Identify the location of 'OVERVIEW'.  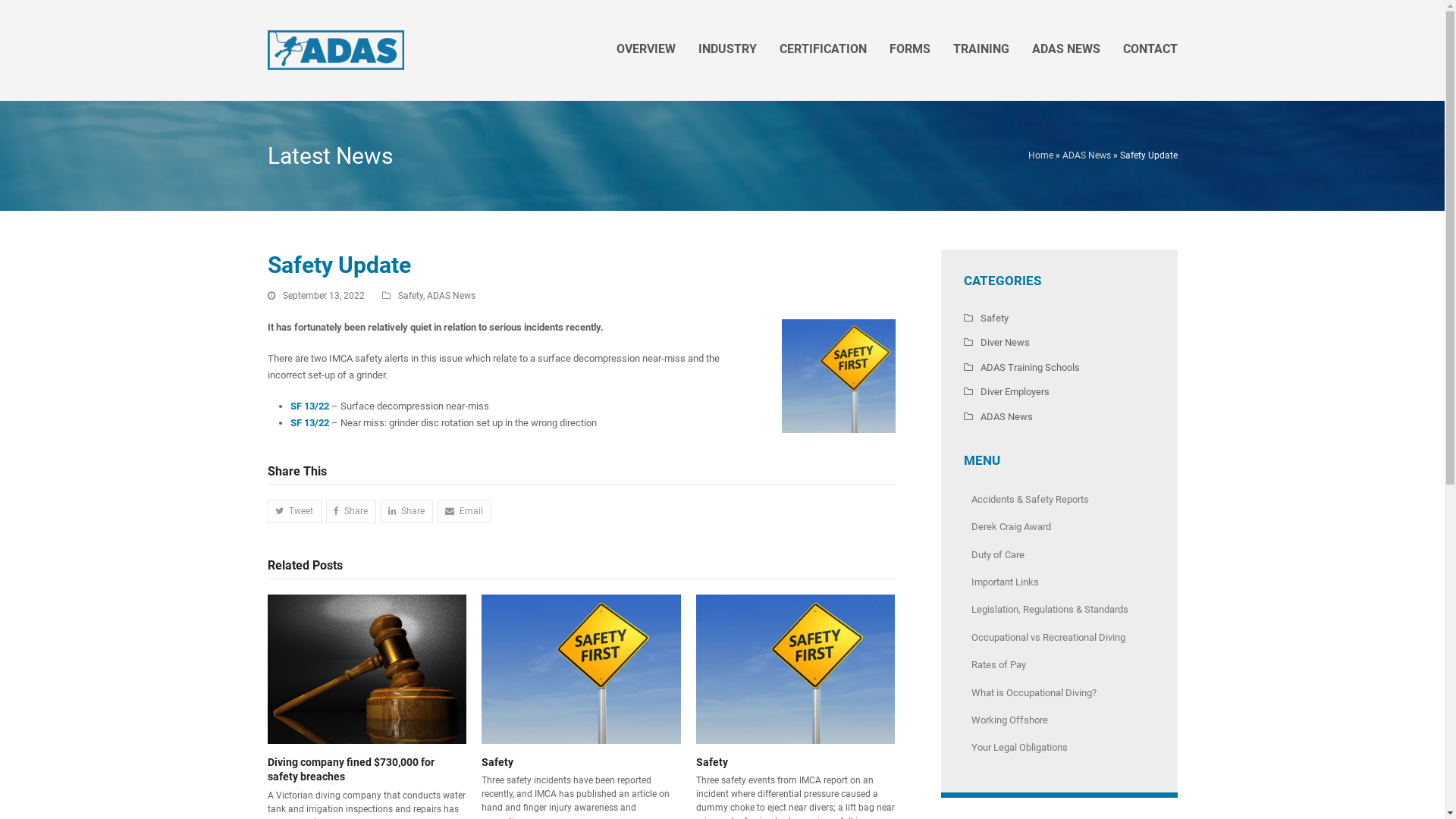
(645, 49).